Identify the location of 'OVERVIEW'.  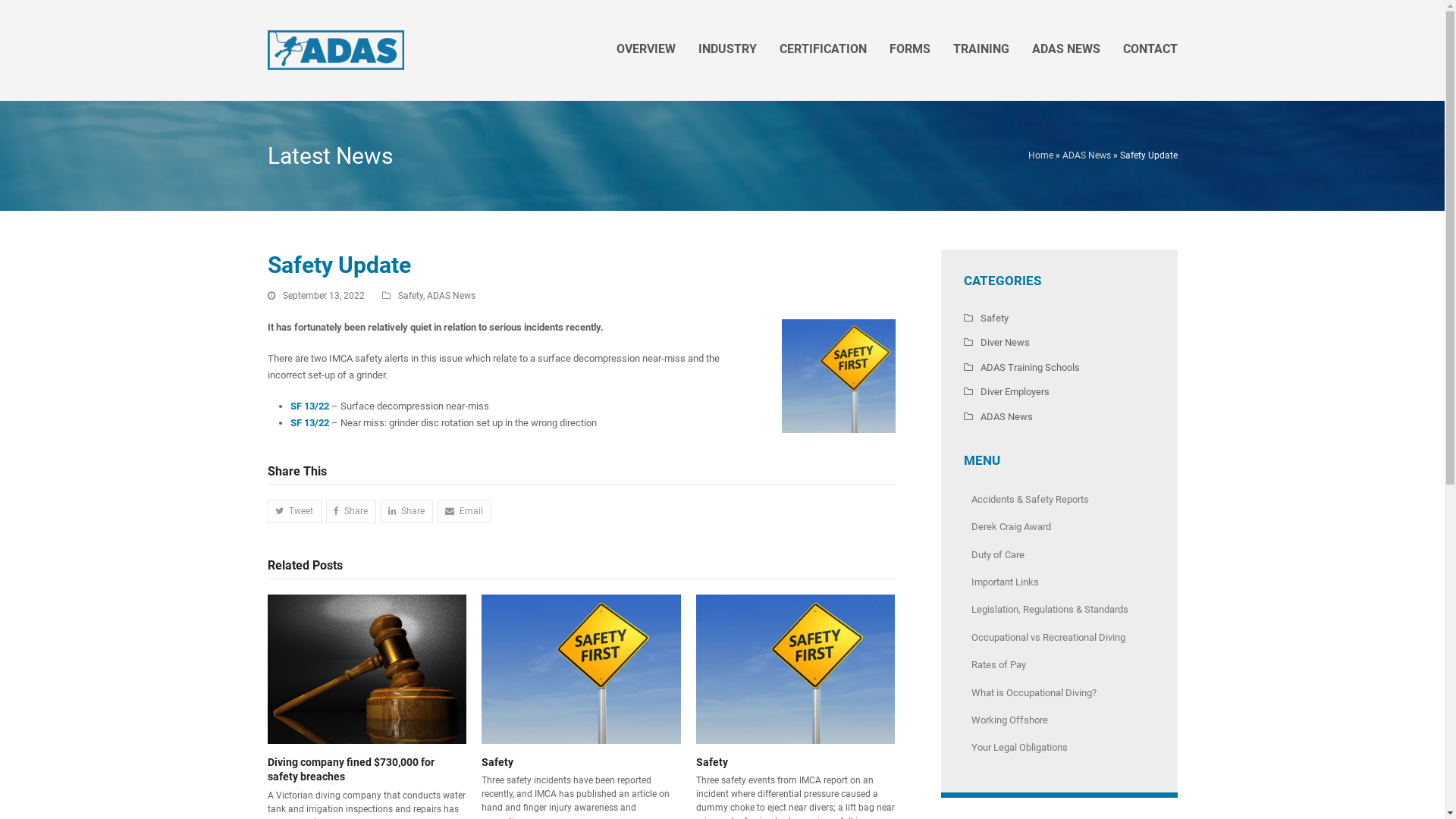
(645, 49).